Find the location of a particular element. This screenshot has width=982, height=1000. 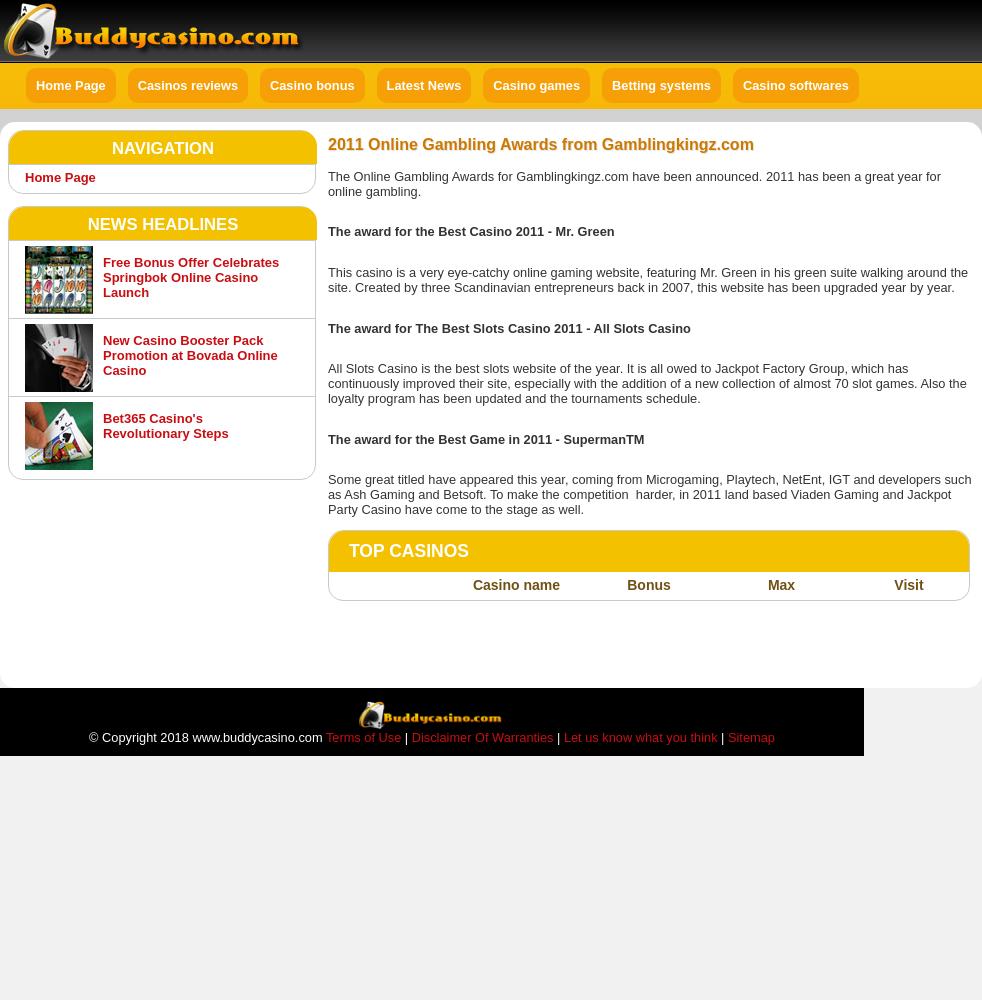

'Some great titled have appeared this year, coming from Microgaming, Playtech, NetEnt, IGT and developers such as Ash Gaming and Betsoft. To make the competition  harder, in 2011 land based Viaden Gaming and Jackpot Party Casino have come to the stage as well.' is located at coordinates (648, 493).